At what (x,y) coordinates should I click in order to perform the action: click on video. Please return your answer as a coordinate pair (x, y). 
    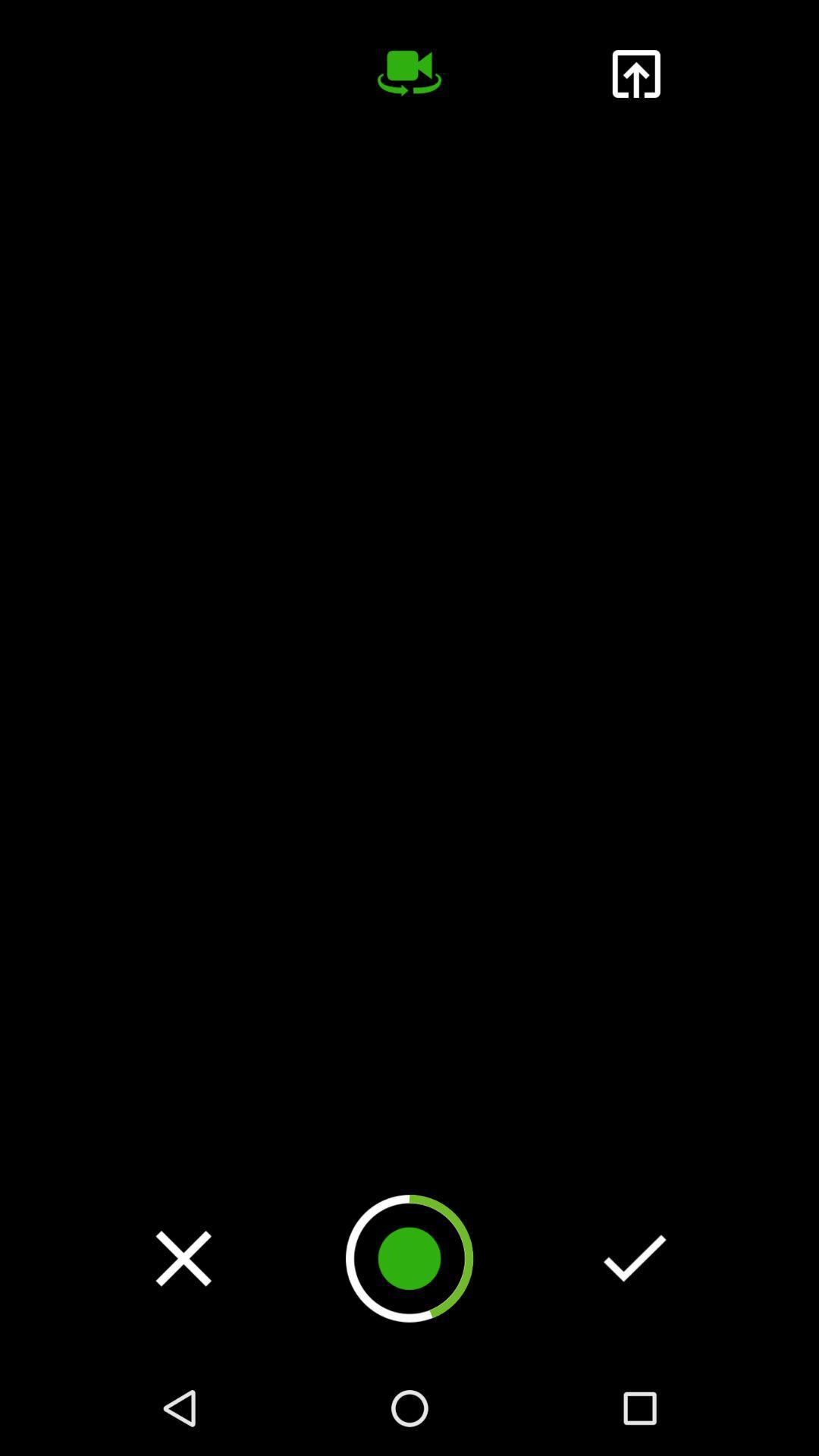
    Looking at the image, I should click on (183, 1258).